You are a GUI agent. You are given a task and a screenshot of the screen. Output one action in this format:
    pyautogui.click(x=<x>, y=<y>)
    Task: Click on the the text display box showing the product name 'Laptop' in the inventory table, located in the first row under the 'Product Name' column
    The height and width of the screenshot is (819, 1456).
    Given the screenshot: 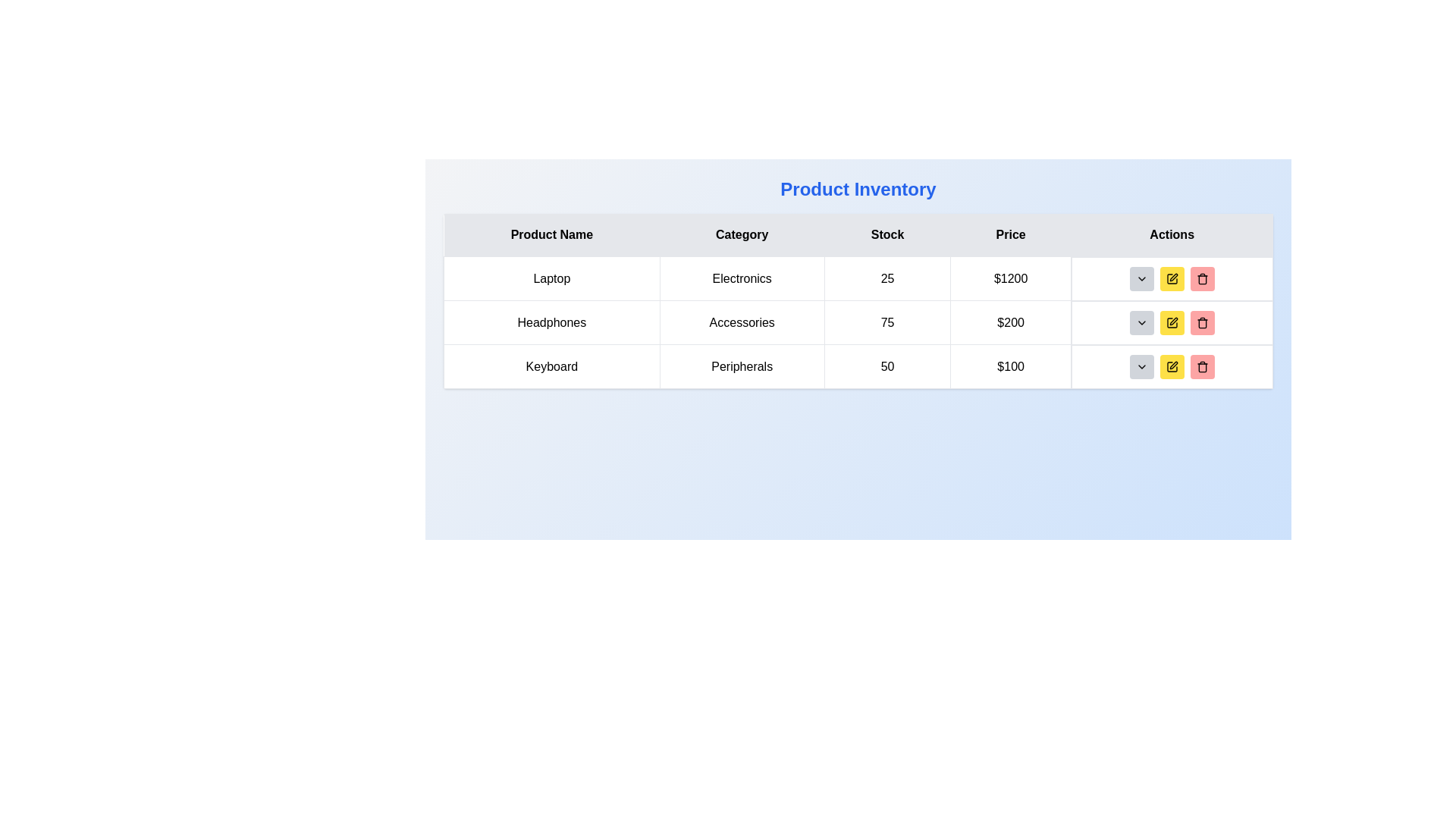 What is the action you would take?
    pyautogui.click(x=551, y=278)
    